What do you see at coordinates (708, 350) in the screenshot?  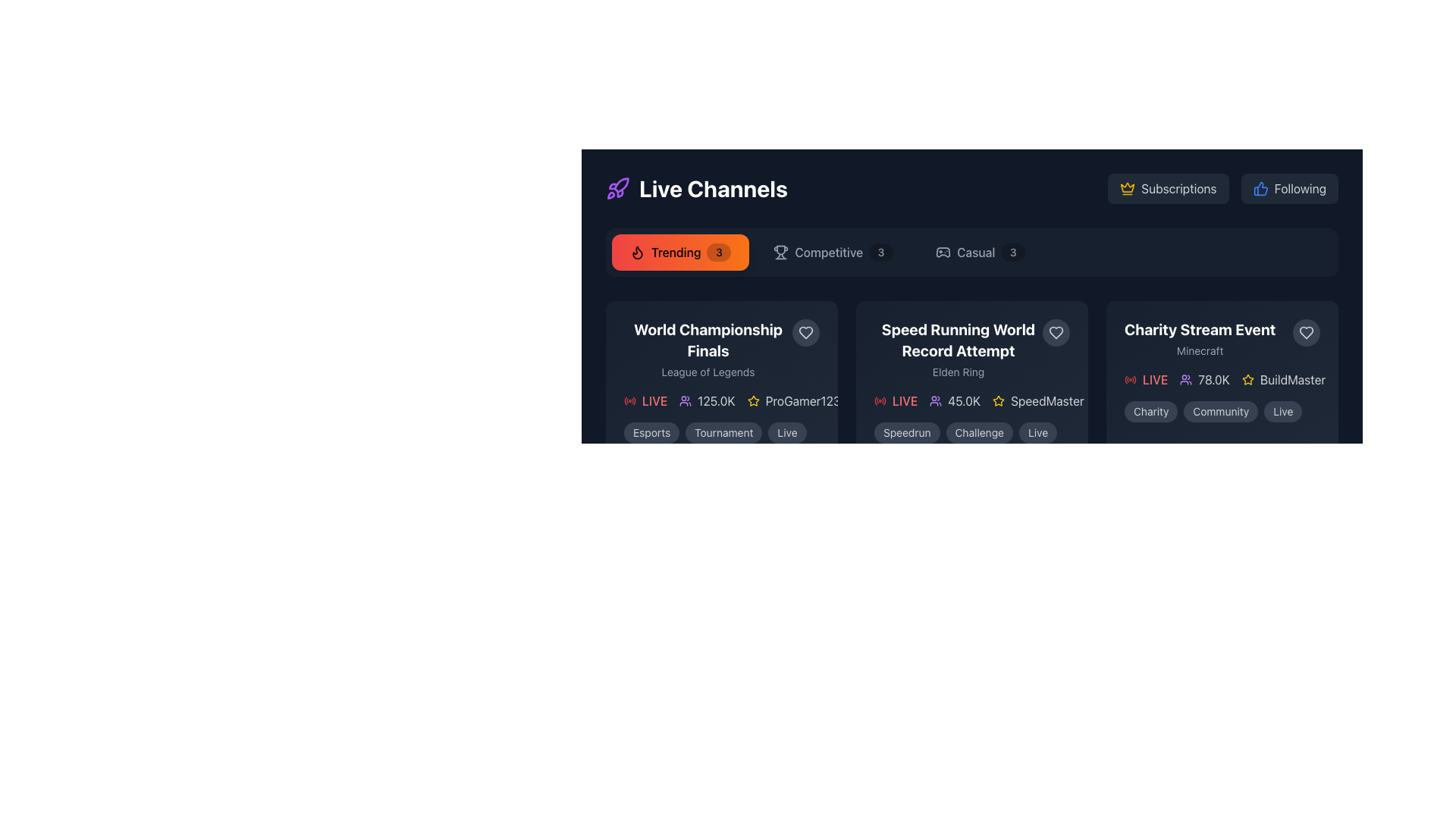 I see `the text block displaying 'World Championship Finals' and 'League of Legends'` at bounding box center [708, 350].